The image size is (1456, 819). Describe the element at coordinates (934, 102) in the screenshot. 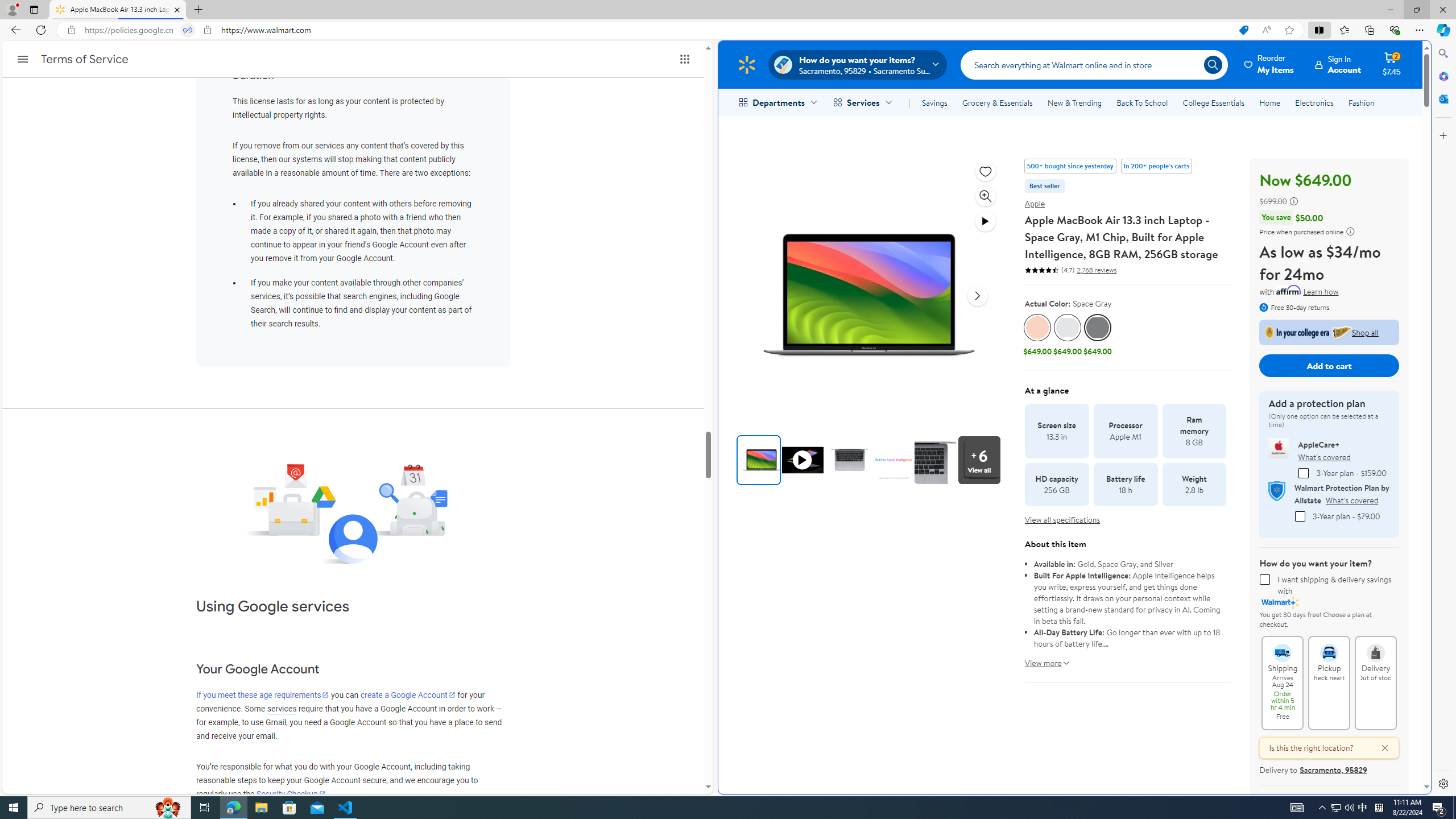

I see `'Savings'` at that location.